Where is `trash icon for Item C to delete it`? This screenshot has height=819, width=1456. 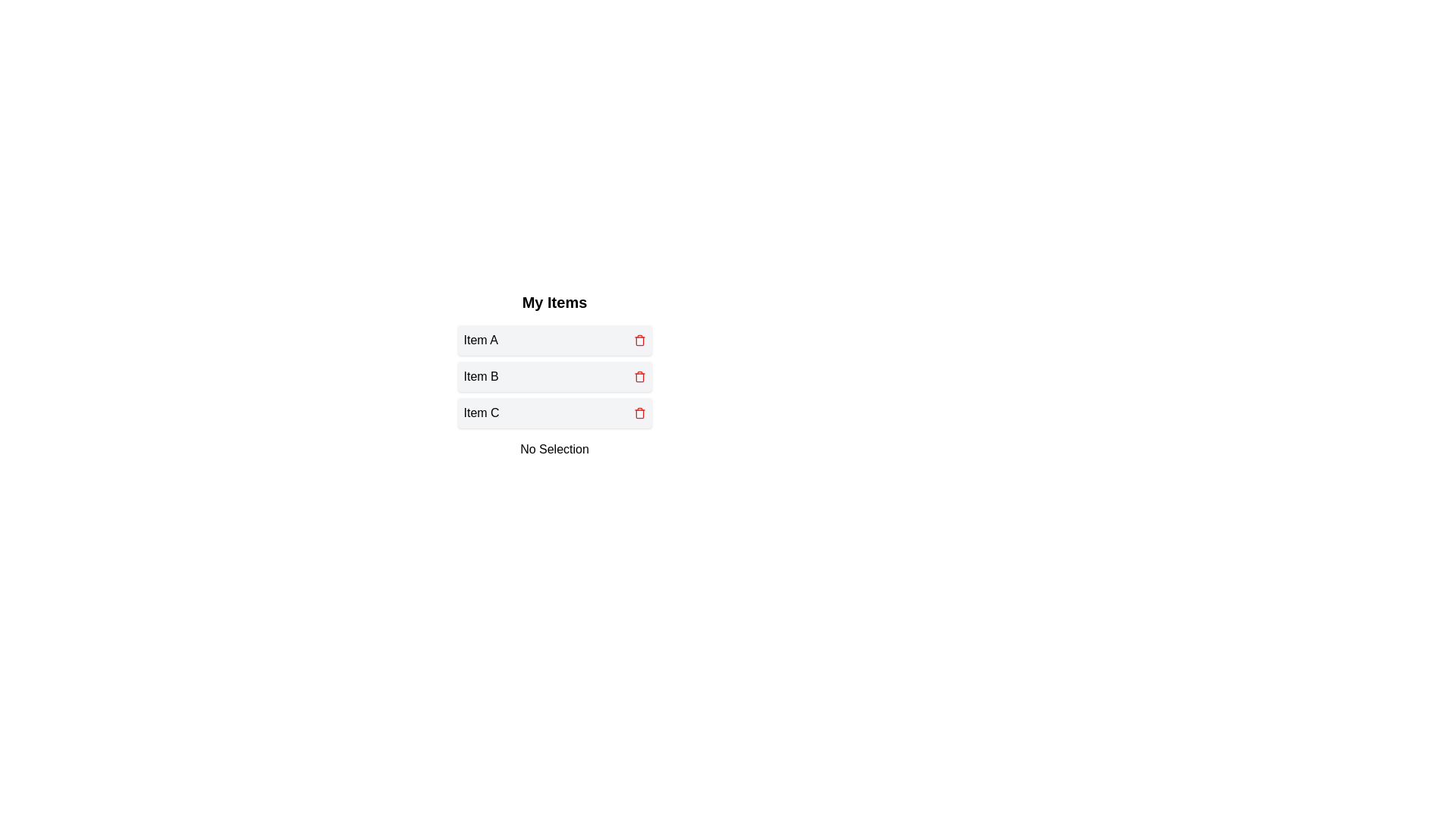
trash icon for Item C to delete it is located at coordinates (639, 413).